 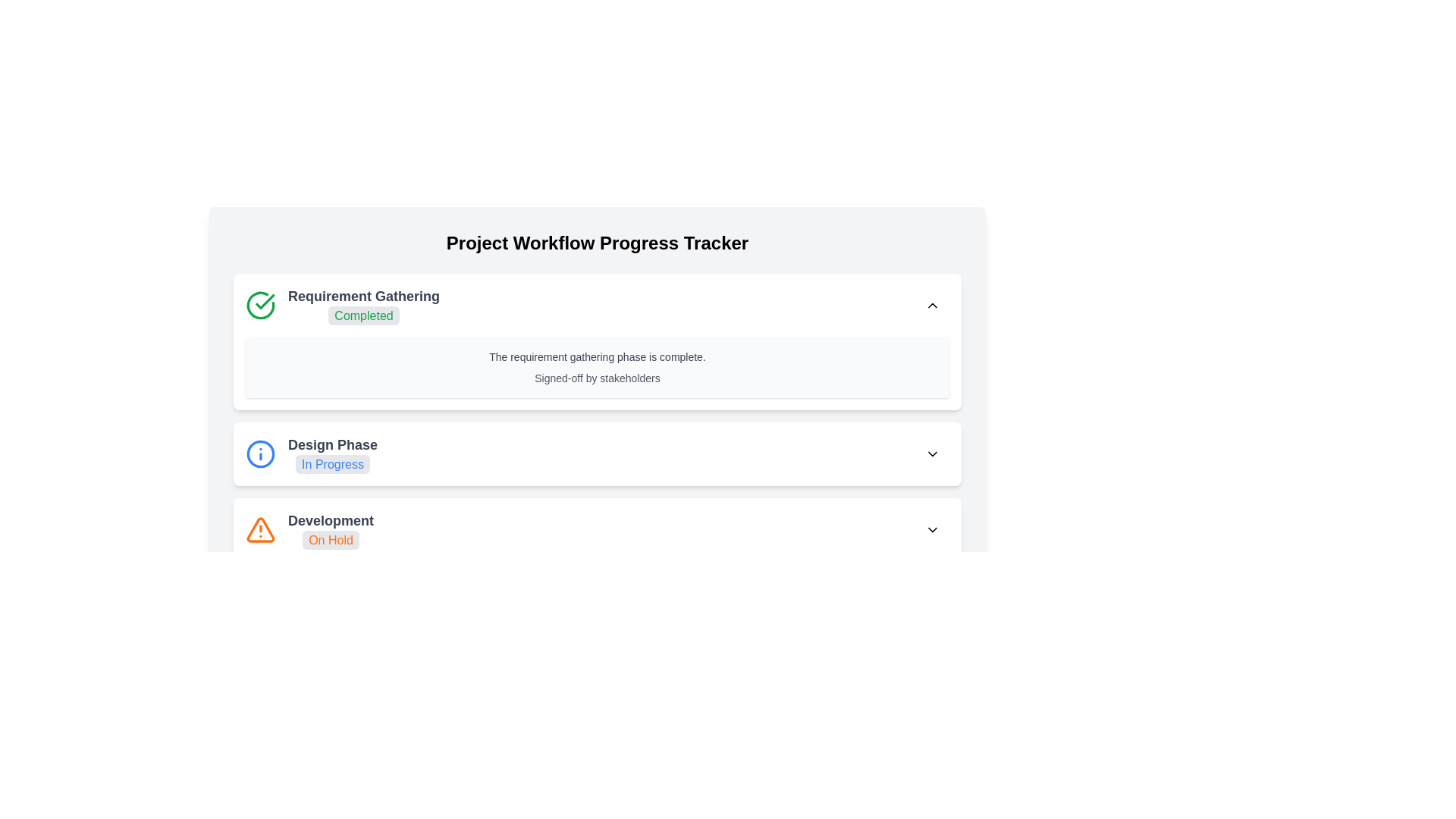 What do you see at coordinates (596, 453) in the screenshot?
I see `title and status of the 'Design Phase' card, which is the second card in the workflow tracker, positioned between 'Requirement Gathering' and 'Development'` at bounding box center [596, 453].